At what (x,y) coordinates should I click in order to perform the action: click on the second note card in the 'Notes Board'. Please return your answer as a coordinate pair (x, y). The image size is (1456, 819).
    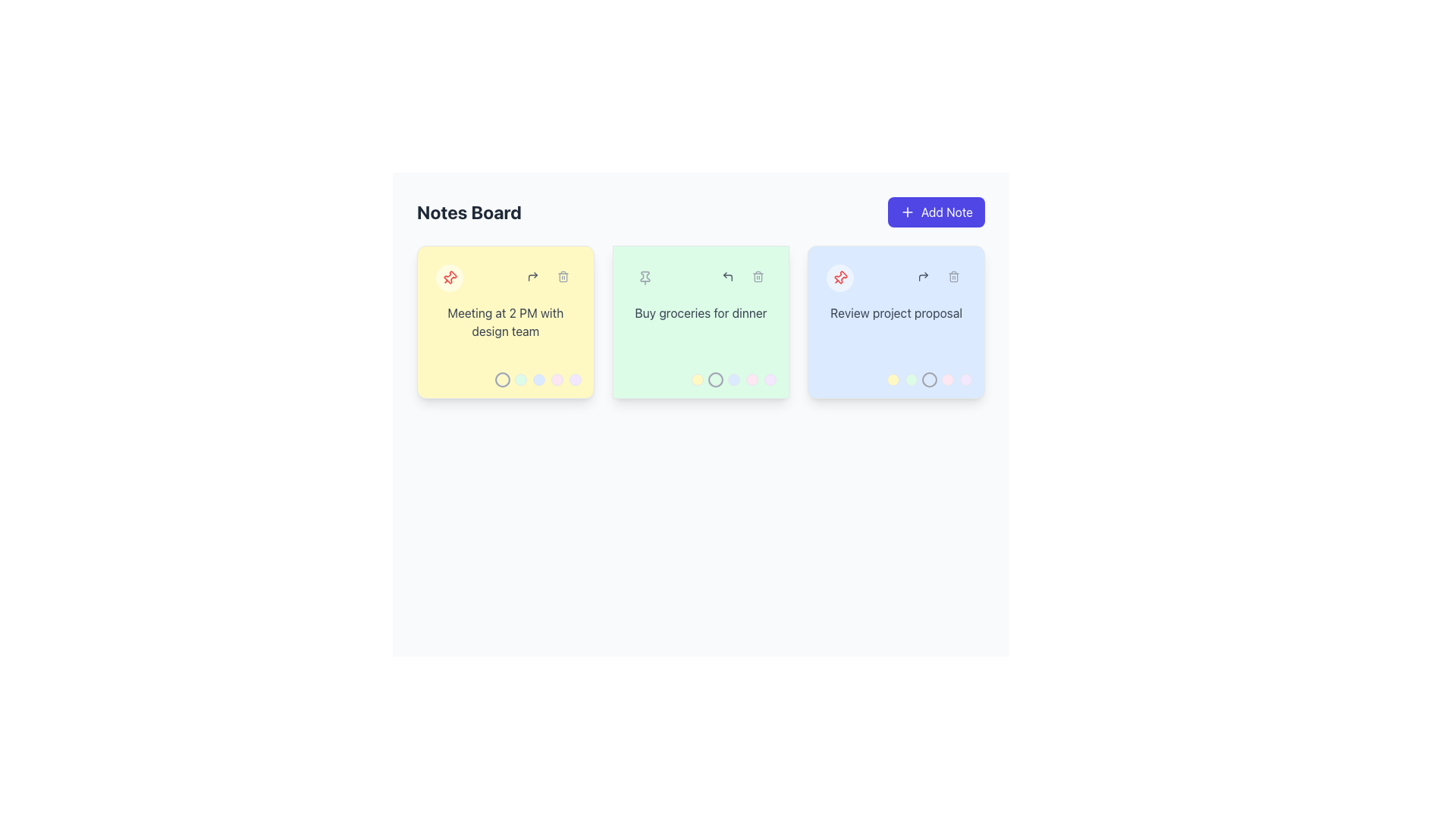
    Looking at the image, I should click on (700, 321).